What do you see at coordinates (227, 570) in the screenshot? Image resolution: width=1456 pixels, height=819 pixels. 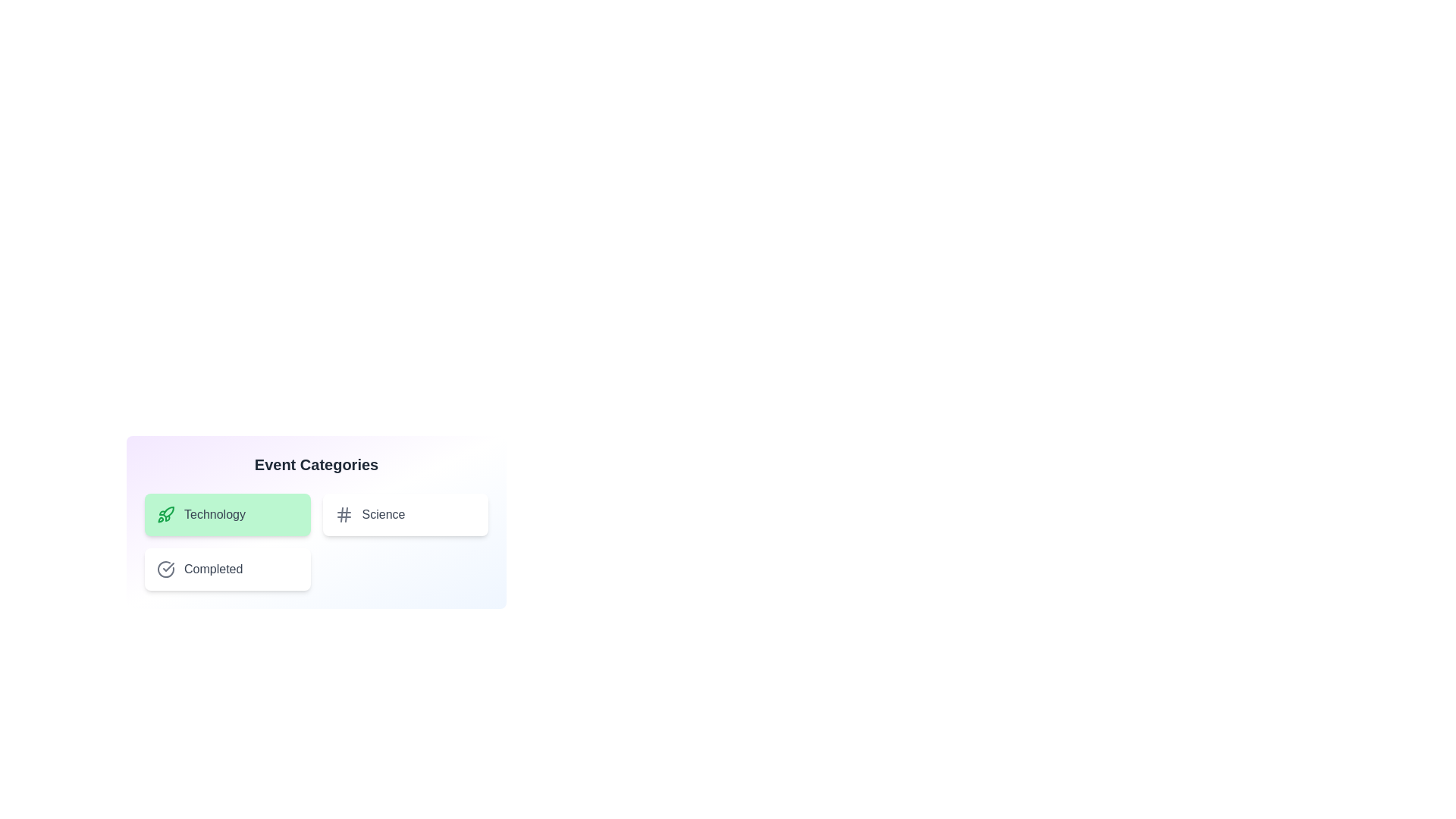 I see `the category chip labeled Completed to open its context menu` at bounding box center [227, 570].